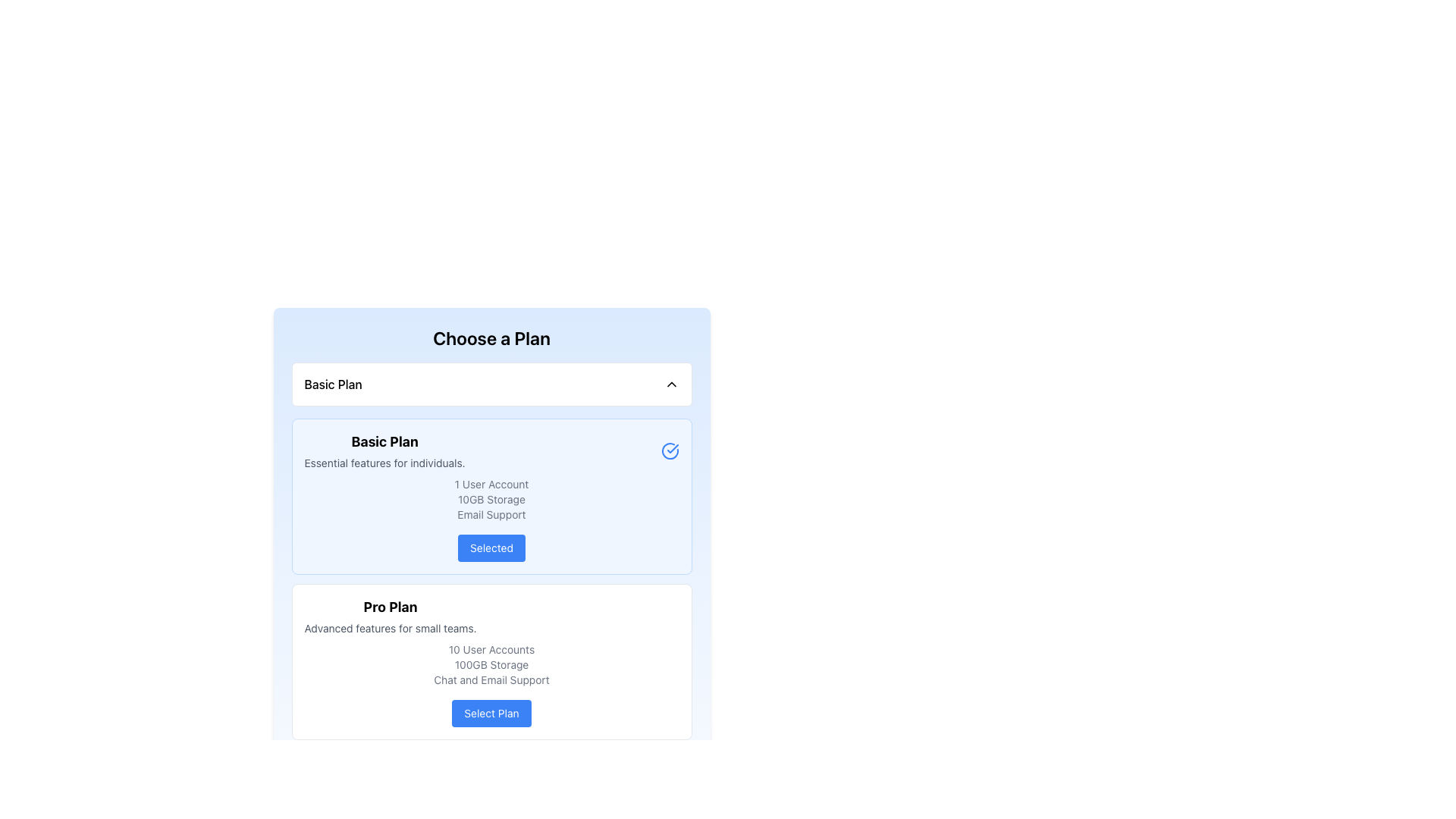  Describe the element at coordinates (669, 450) in the screenshot. I see `the visual indicator icon for the selected 'Basic Plan', which is located to the right of the section title and above the description` at that location.